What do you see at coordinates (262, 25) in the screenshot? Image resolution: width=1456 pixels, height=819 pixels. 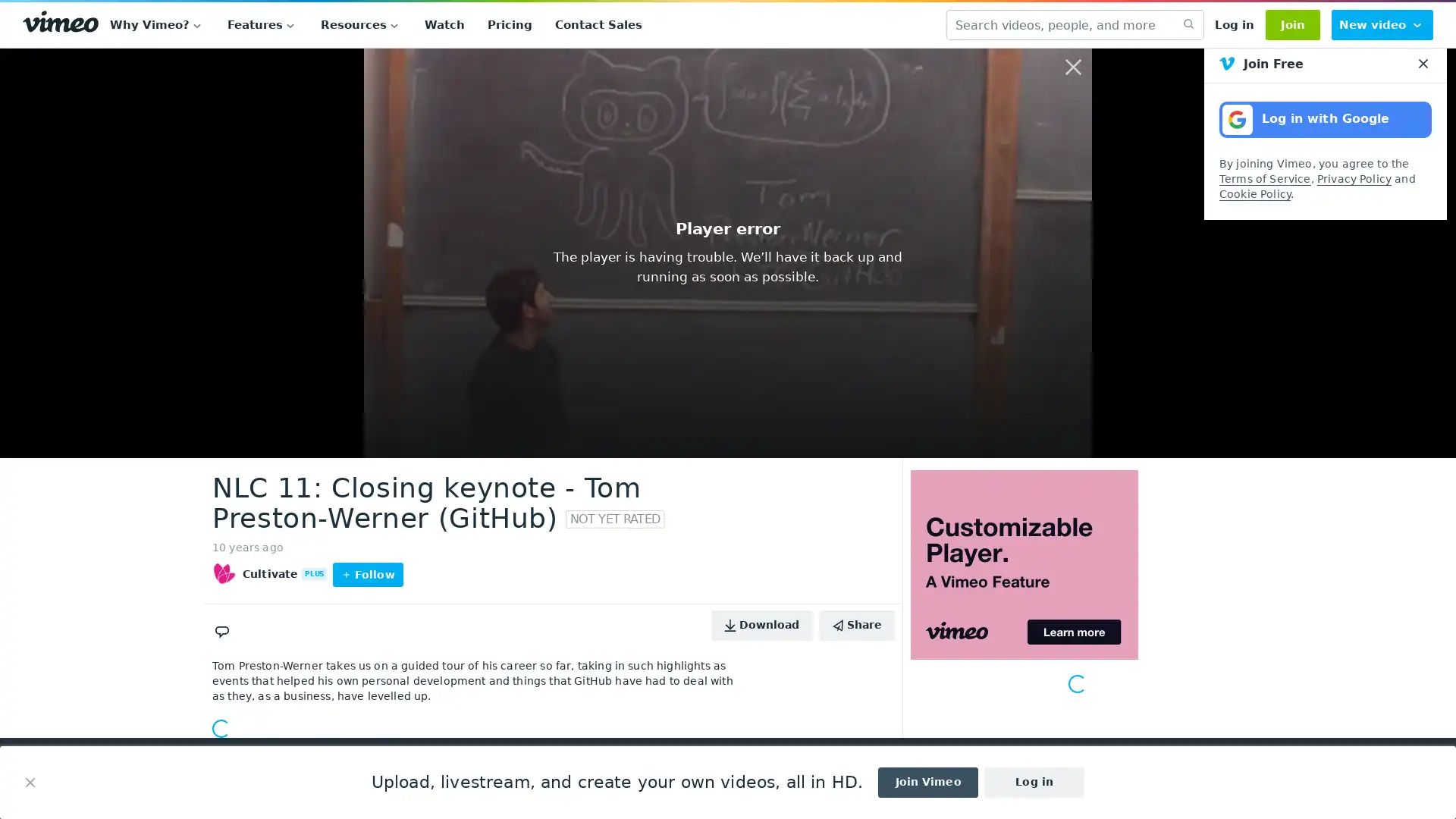 I see `Features` at bounding box center [262, 25].